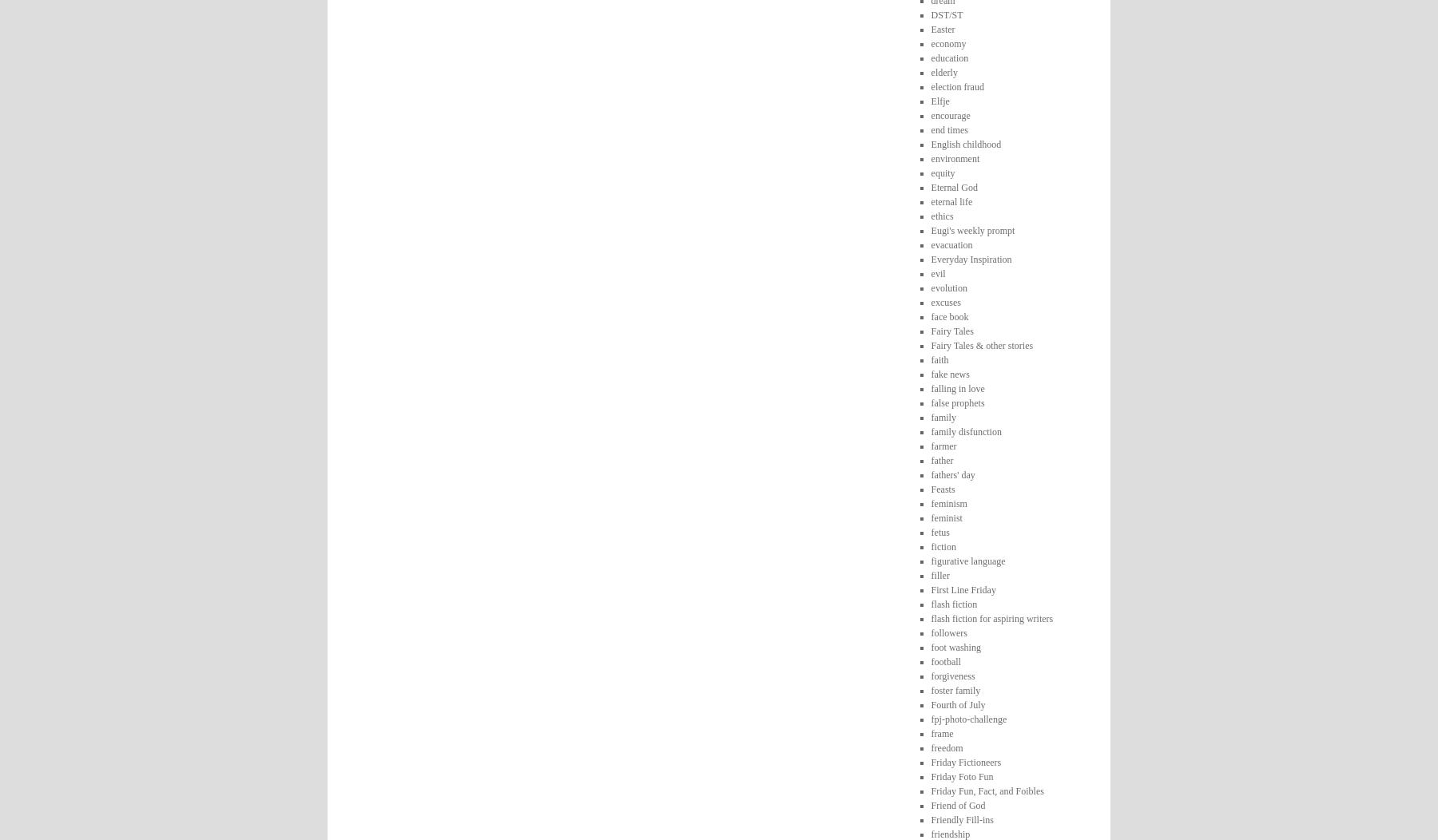  What do you see at coordinates (952, 602) in the screenshot?
I see `'flash fiction'` at bounding box center [952, 602].